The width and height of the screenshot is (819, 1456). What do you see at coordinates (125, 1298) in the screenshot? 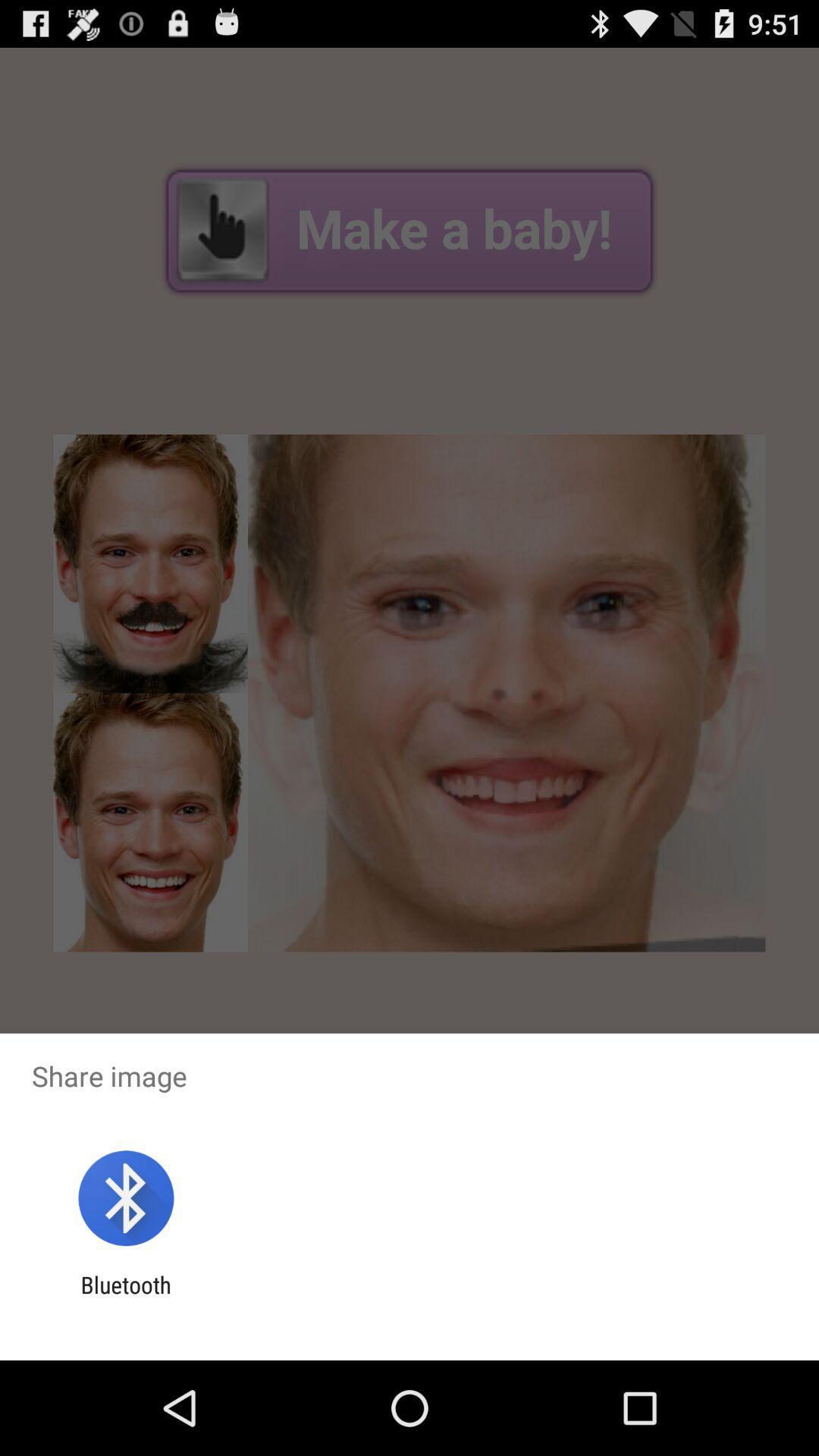
I see `the bluetooth item` at bounding box center [125, 1298].